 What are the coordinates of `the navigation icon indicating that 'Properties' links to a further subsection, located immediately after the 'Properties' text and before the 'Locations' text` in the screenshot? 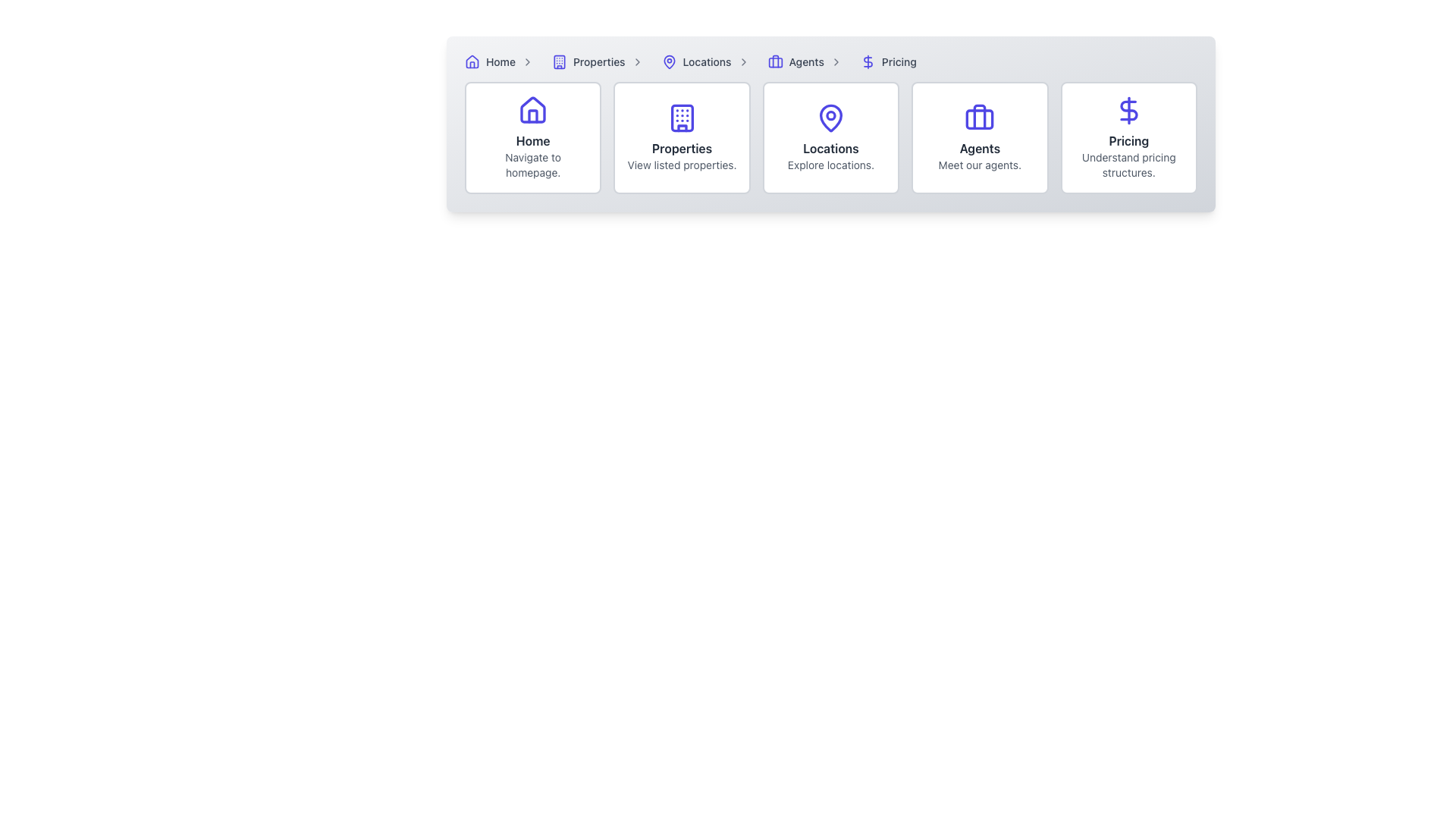 It's located at (637, 61).